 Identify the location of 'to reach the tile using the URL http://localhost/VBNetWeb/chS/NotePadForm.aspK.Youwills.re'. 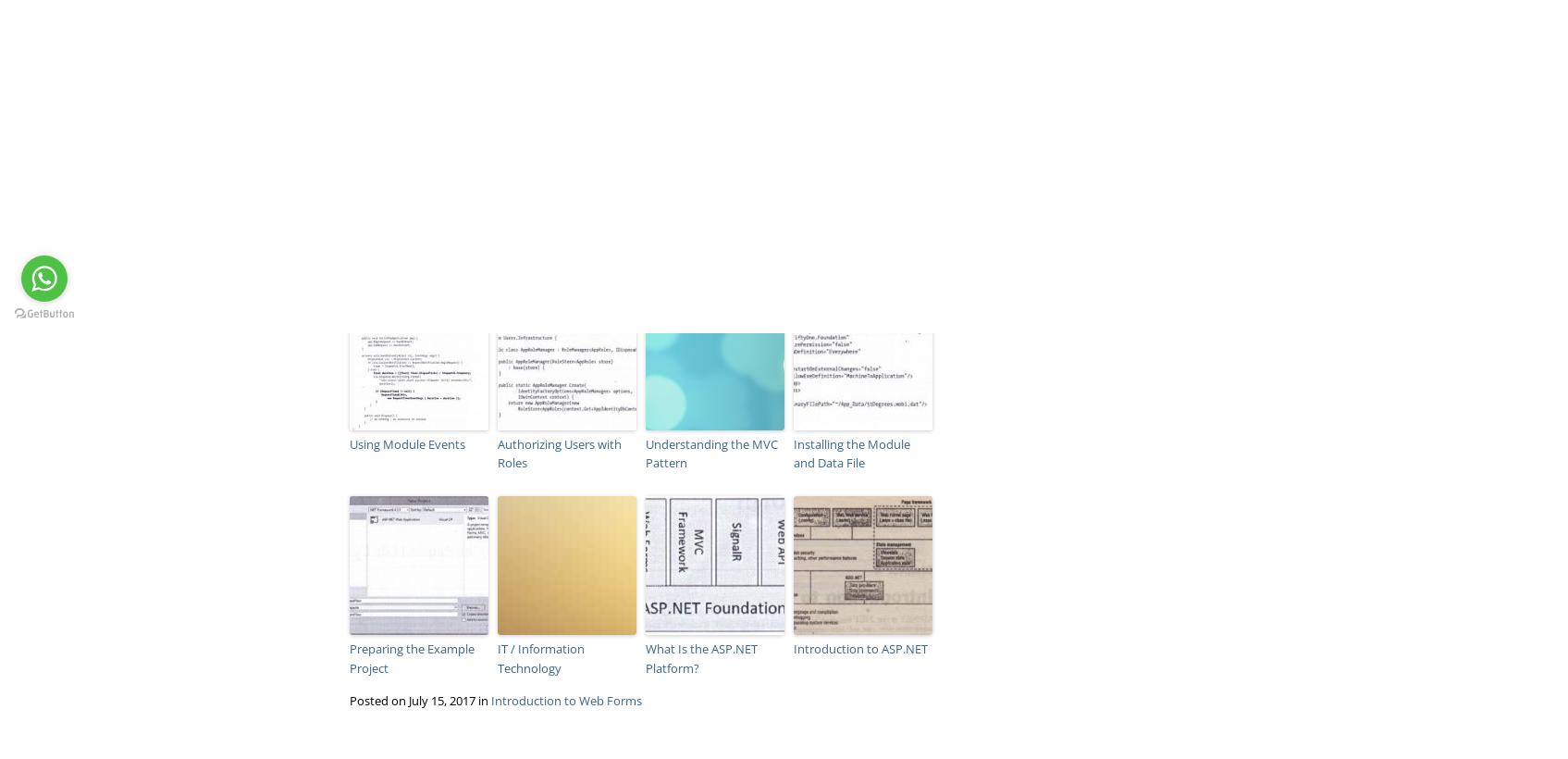
(606, 143).